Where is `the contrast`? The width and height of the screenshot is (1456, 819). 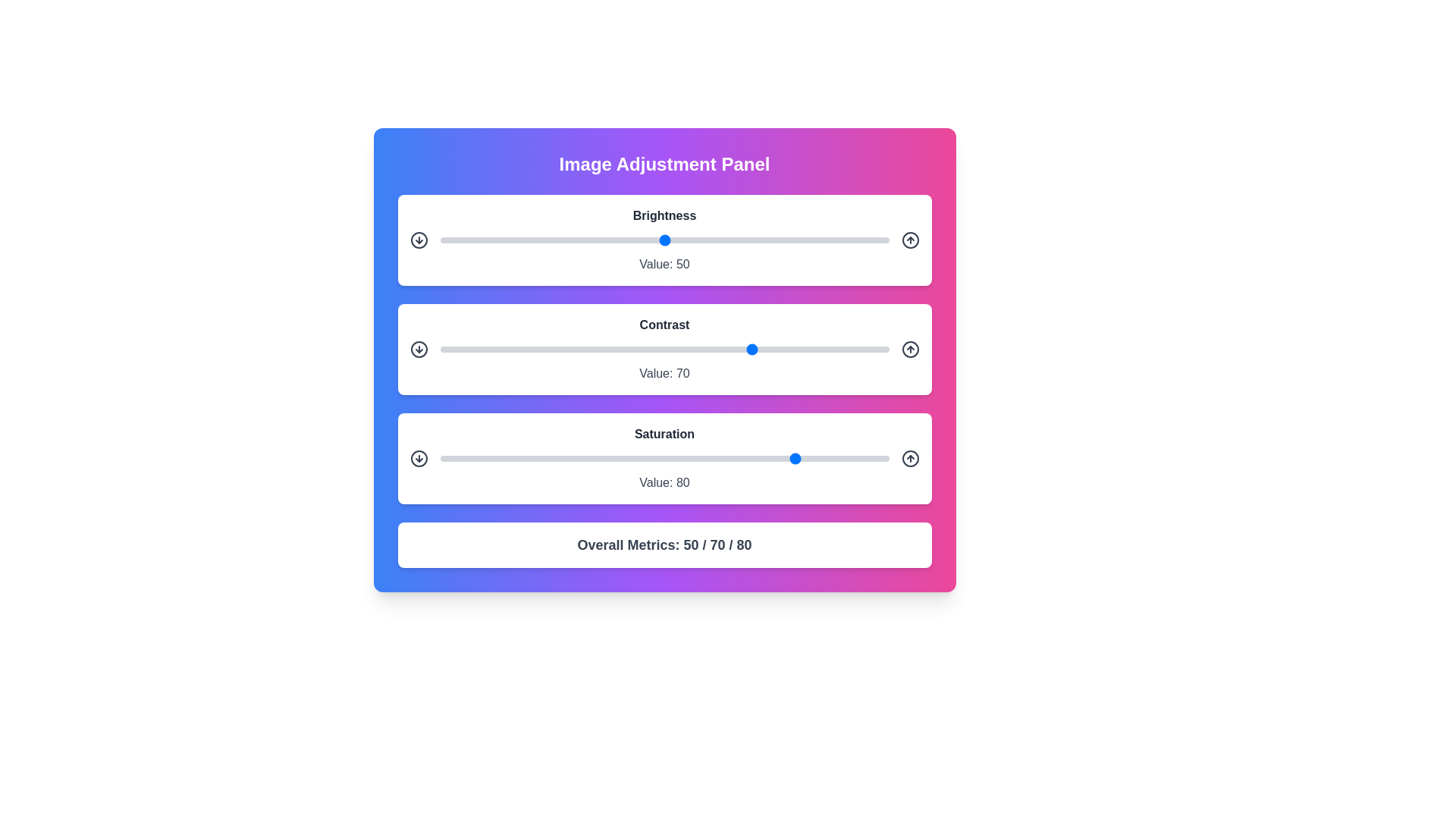 the contrast is located at coordinates (816, 350).